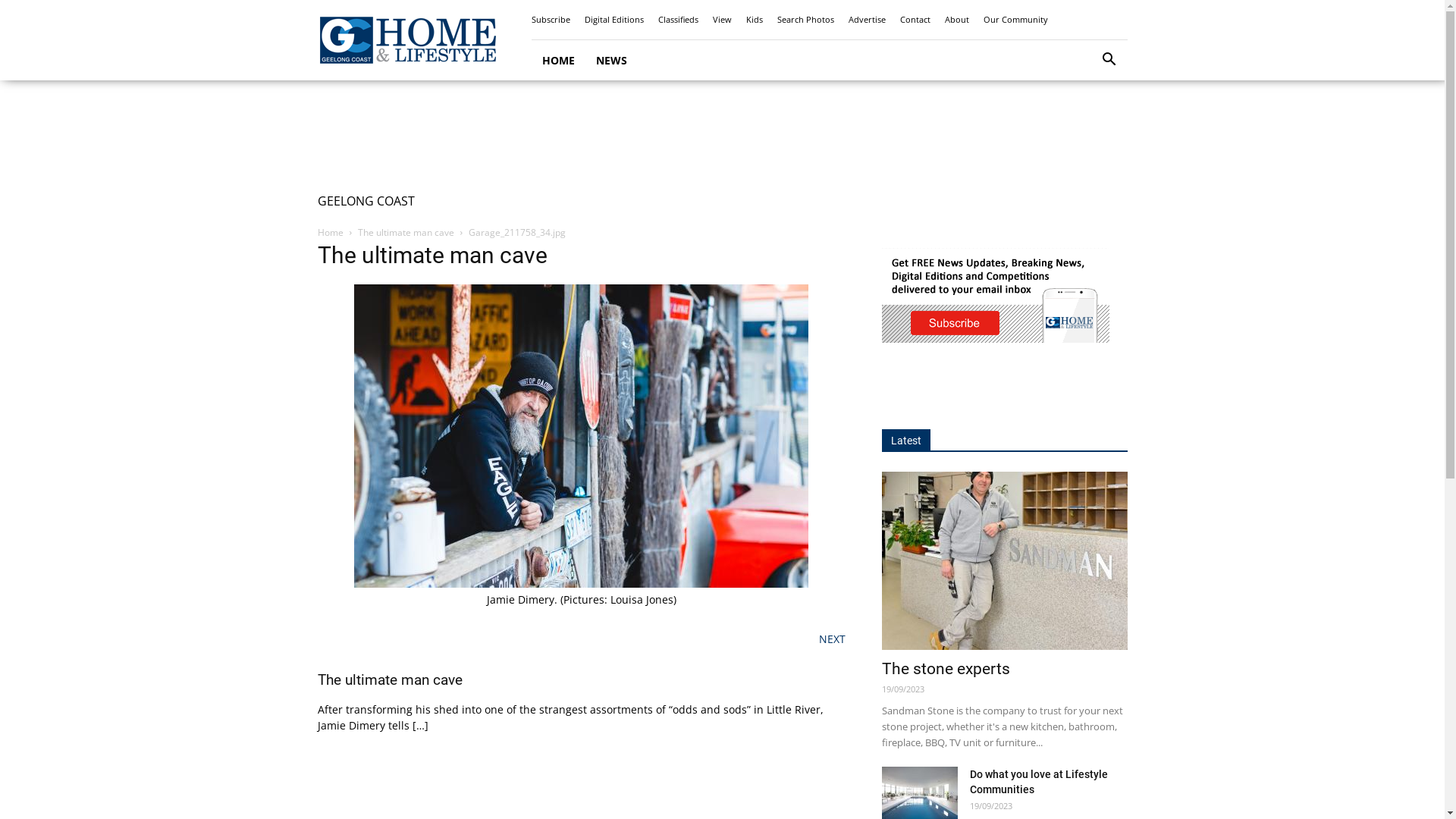 The height and width of the screenshot is (819, 1456). I want to click on 'Advertise', so click(866, 19).